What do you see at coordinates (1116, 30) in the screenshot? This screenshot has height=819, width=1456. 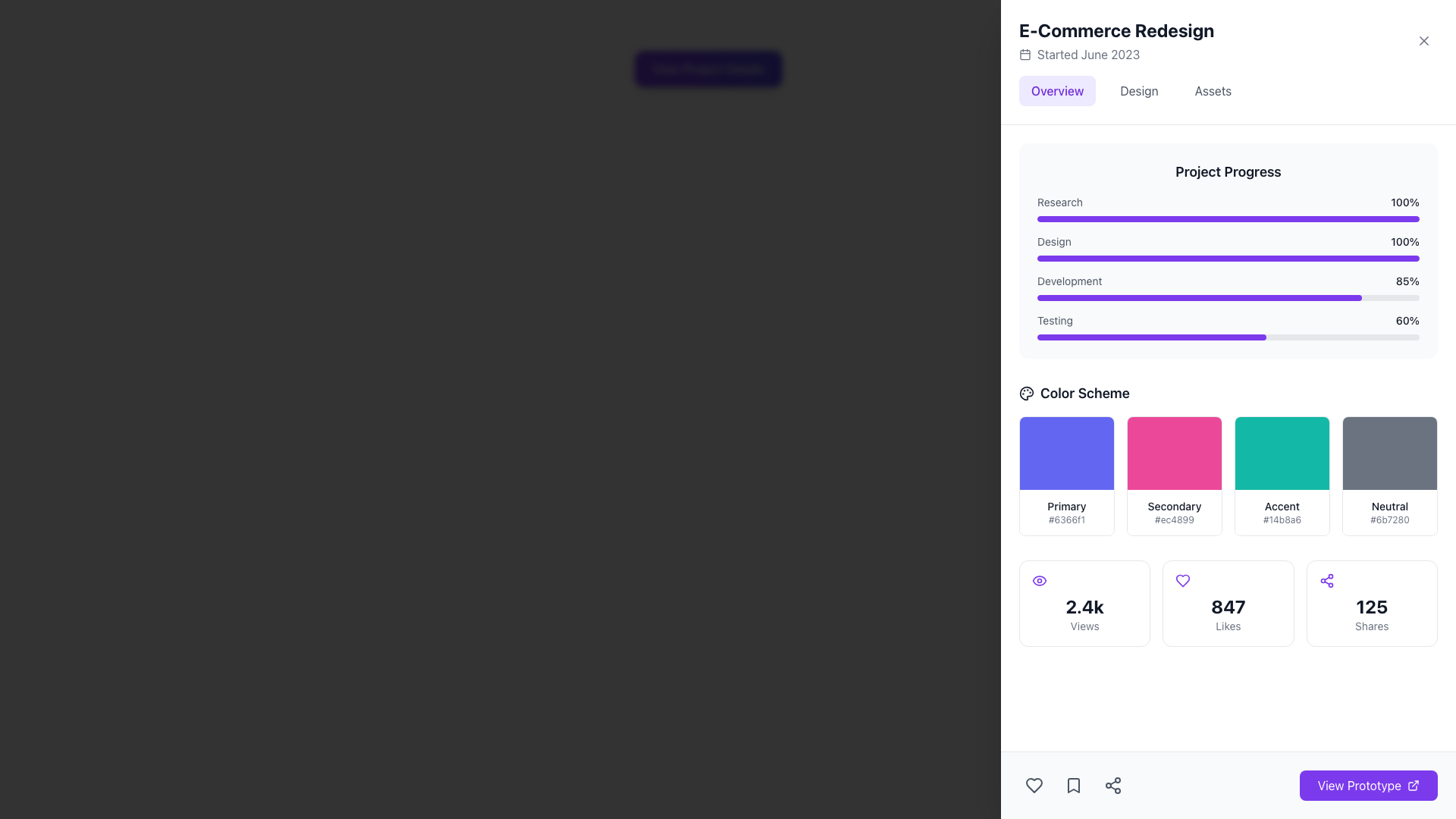 I see `bold and large text heading that says 'E-Commerce Redesign', located at the top section of the right pane` at bounding box center [1116, 30].